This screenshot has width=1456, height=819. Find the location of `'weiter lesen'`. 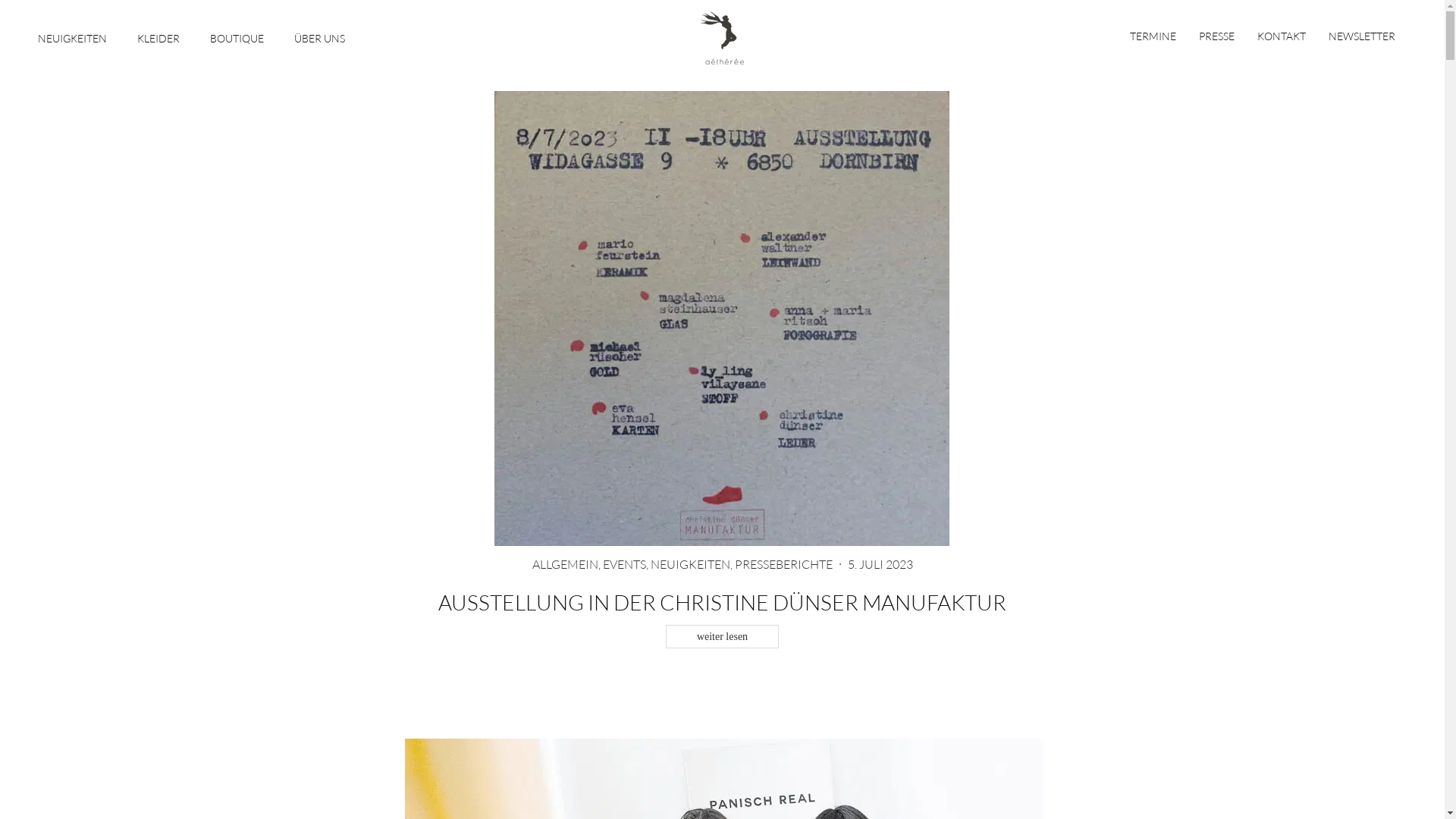

'weiter lesen' is located at coordinates (721, 636).